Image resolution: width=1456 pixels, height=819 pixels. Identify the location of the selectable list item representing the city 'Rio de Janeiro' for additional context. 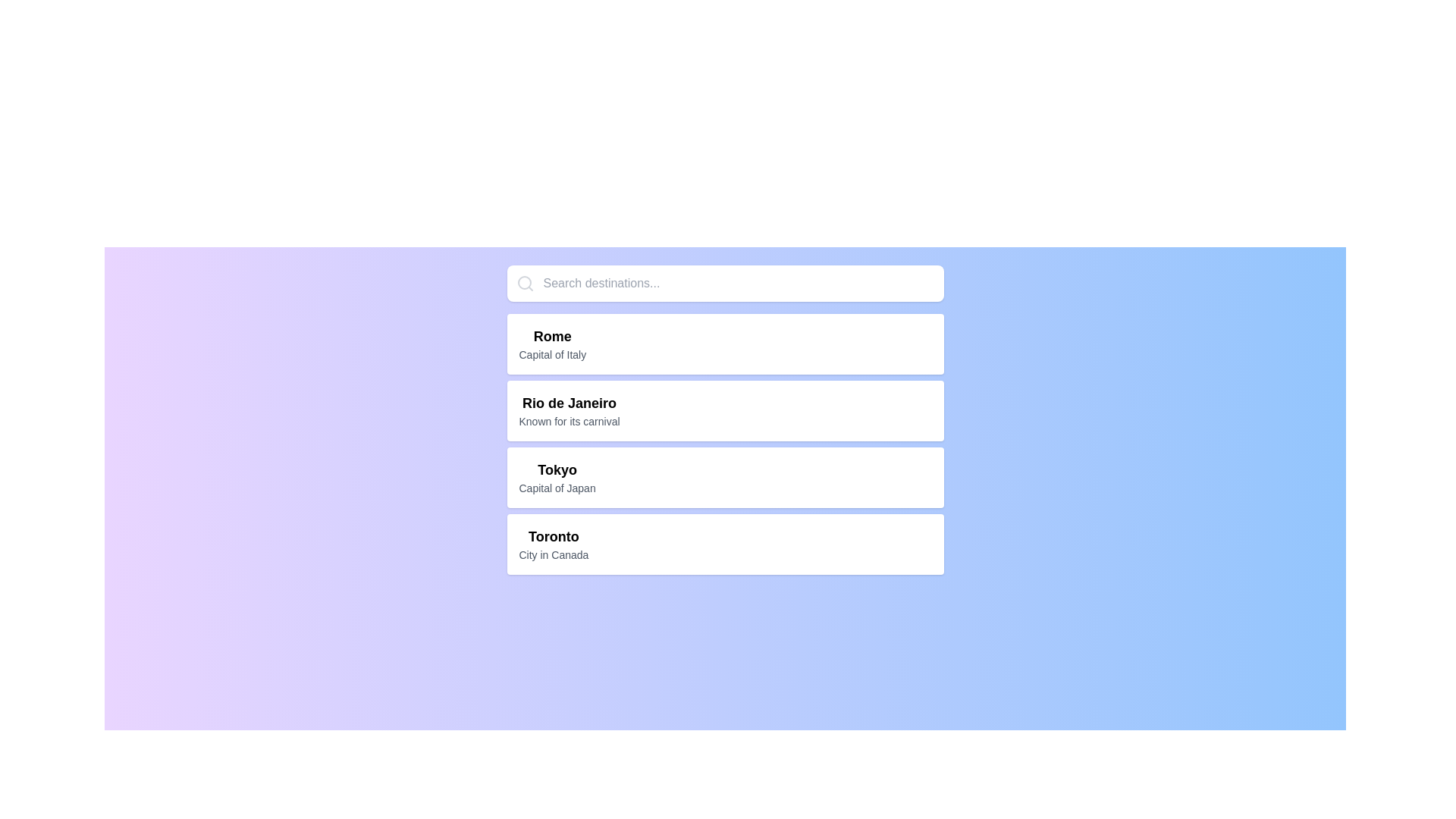
(569, 411).